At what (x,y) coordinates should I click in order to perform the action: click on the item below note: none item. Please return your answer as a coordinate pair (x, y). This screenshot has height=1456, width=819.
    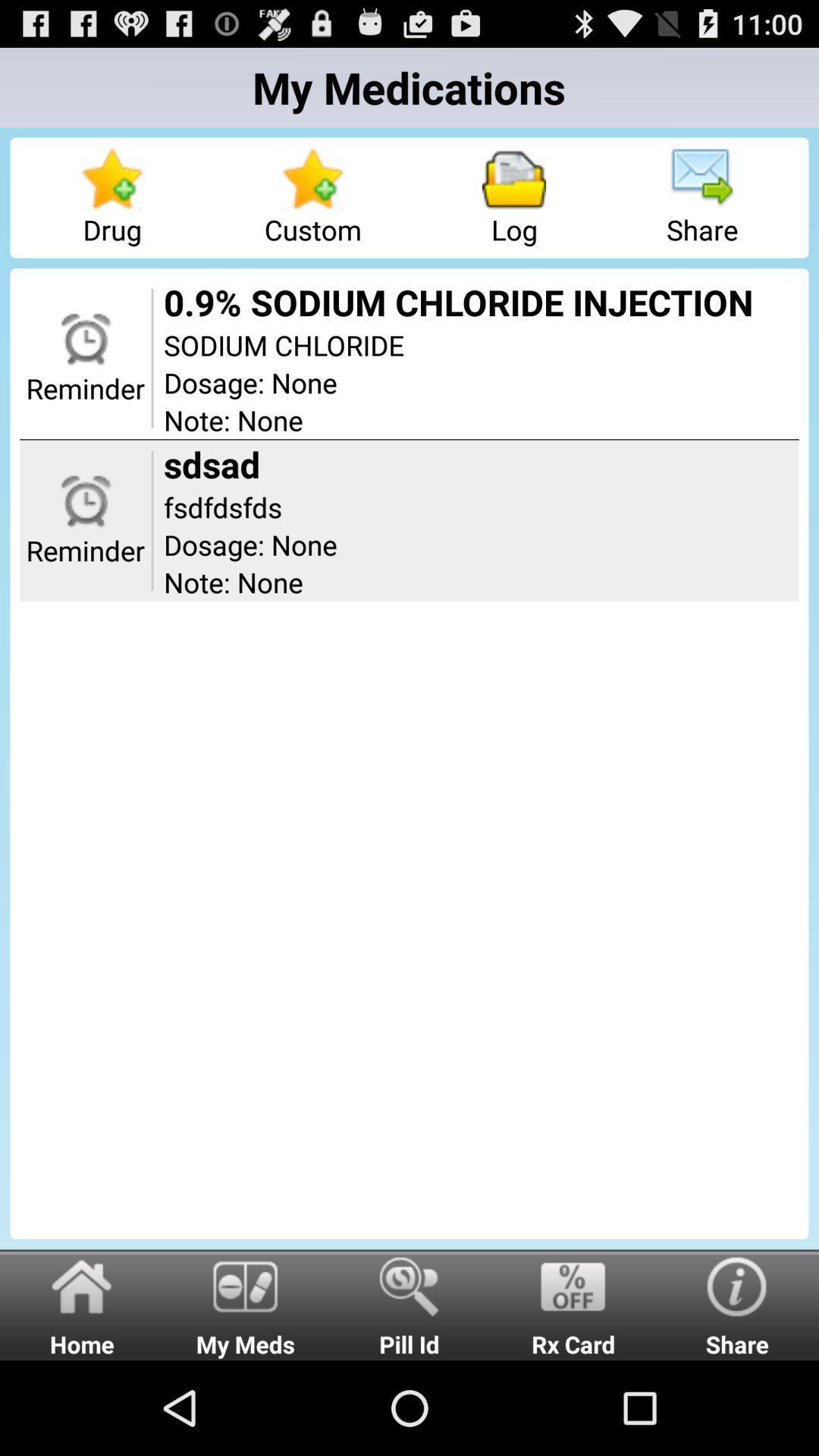
    Looking at the image, I should click on (573, 1304).